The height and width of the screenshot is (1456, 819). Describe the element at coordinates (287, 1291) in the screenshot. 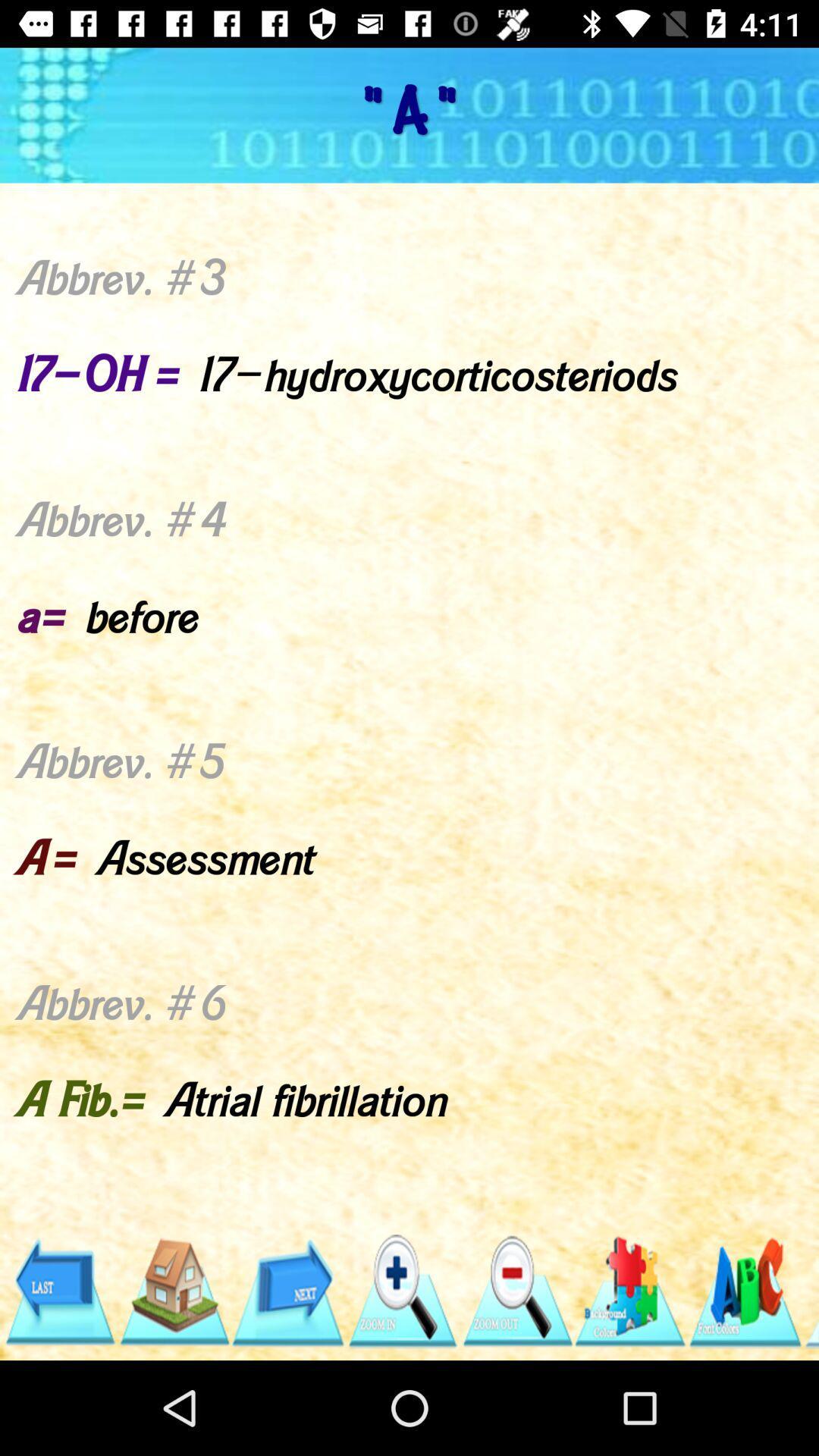

I see `the arrow_forward icon` at that location.